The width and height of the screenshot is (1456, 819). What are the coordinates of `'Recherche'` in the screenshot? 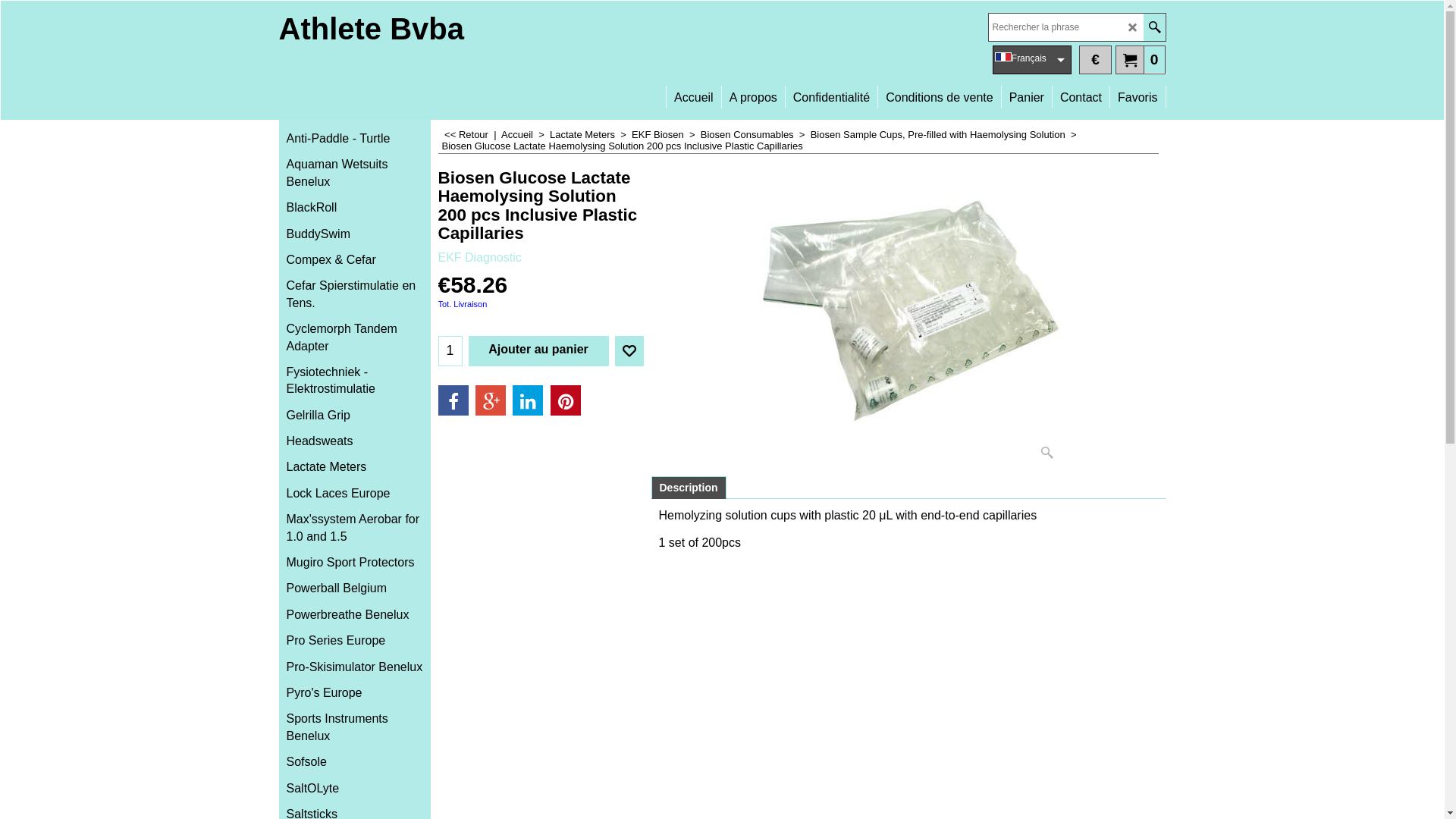 It's located at (1143, 27).